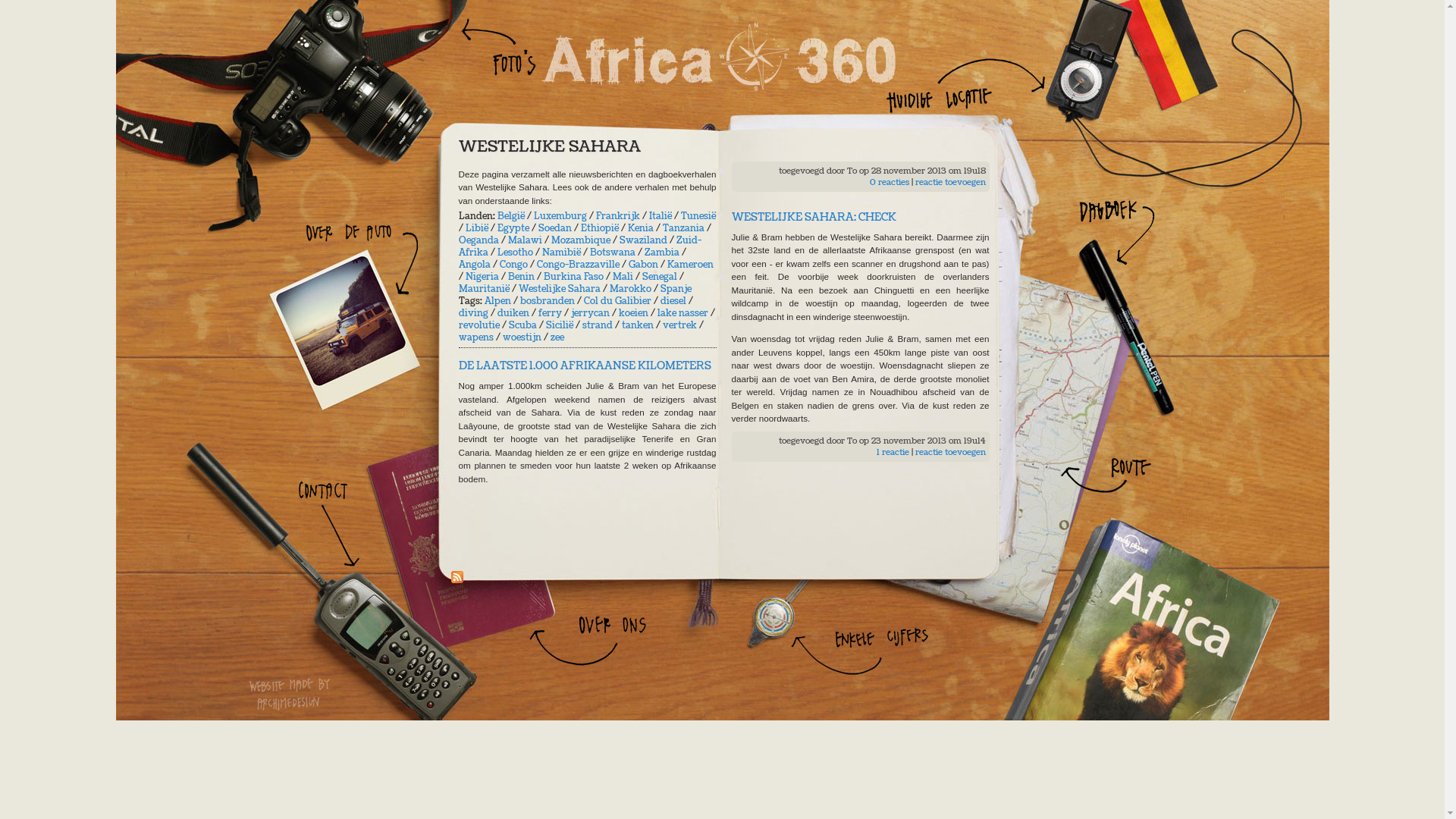  What do you see at coordinates (465, 277) in the screenshot?
I see `'Nigeria'` at bounding box center [465, 277].